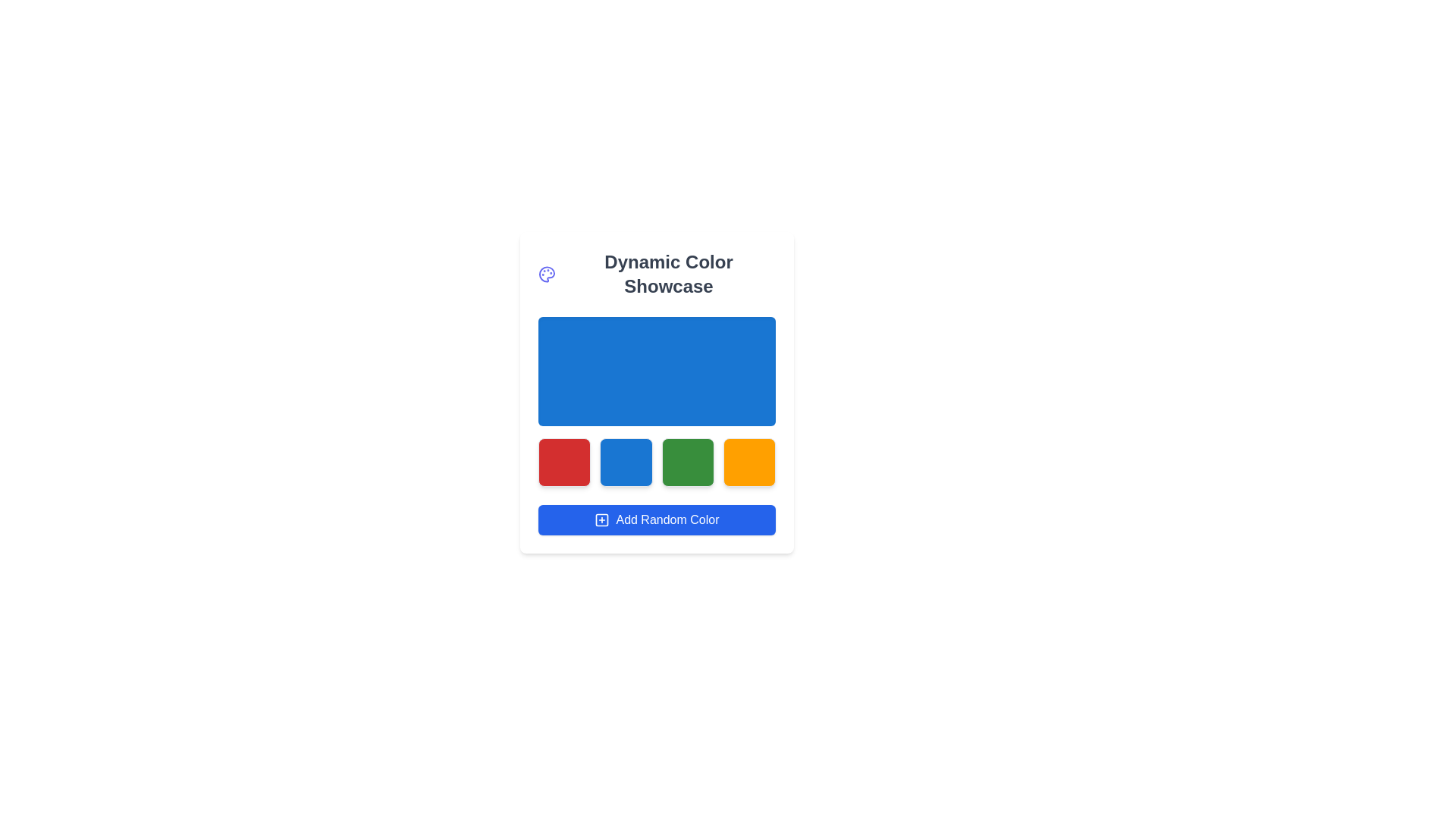 The image size is (1456, 819). I want to click on the Text Header element, which serves as a title for the interface section and is positioned above a blue rectangular block, so click(657, 275).